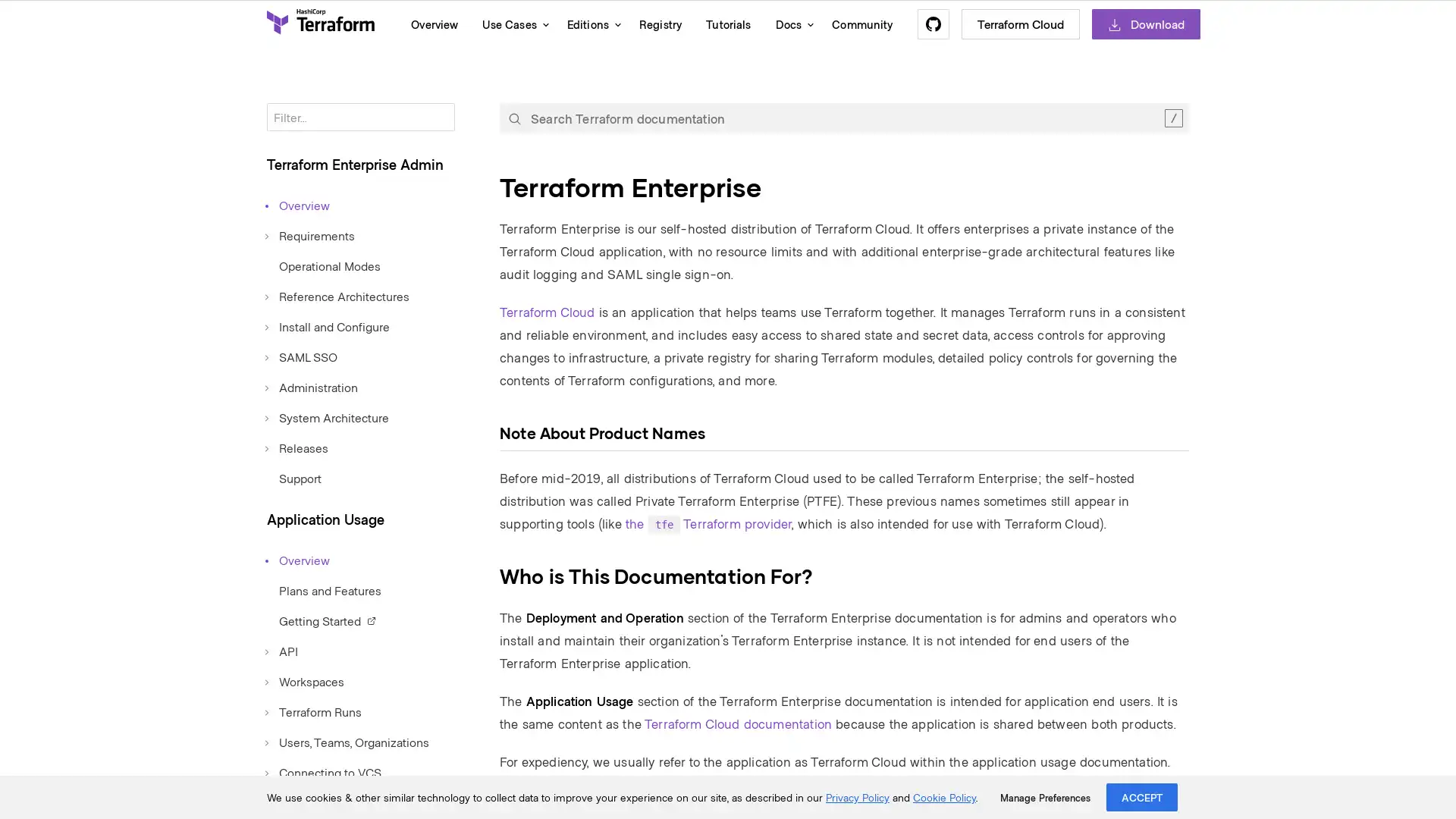  What do you see at coordinates (512, 24) in the screenshot?
I see `Use Cases` at bounding box center [512, 24].